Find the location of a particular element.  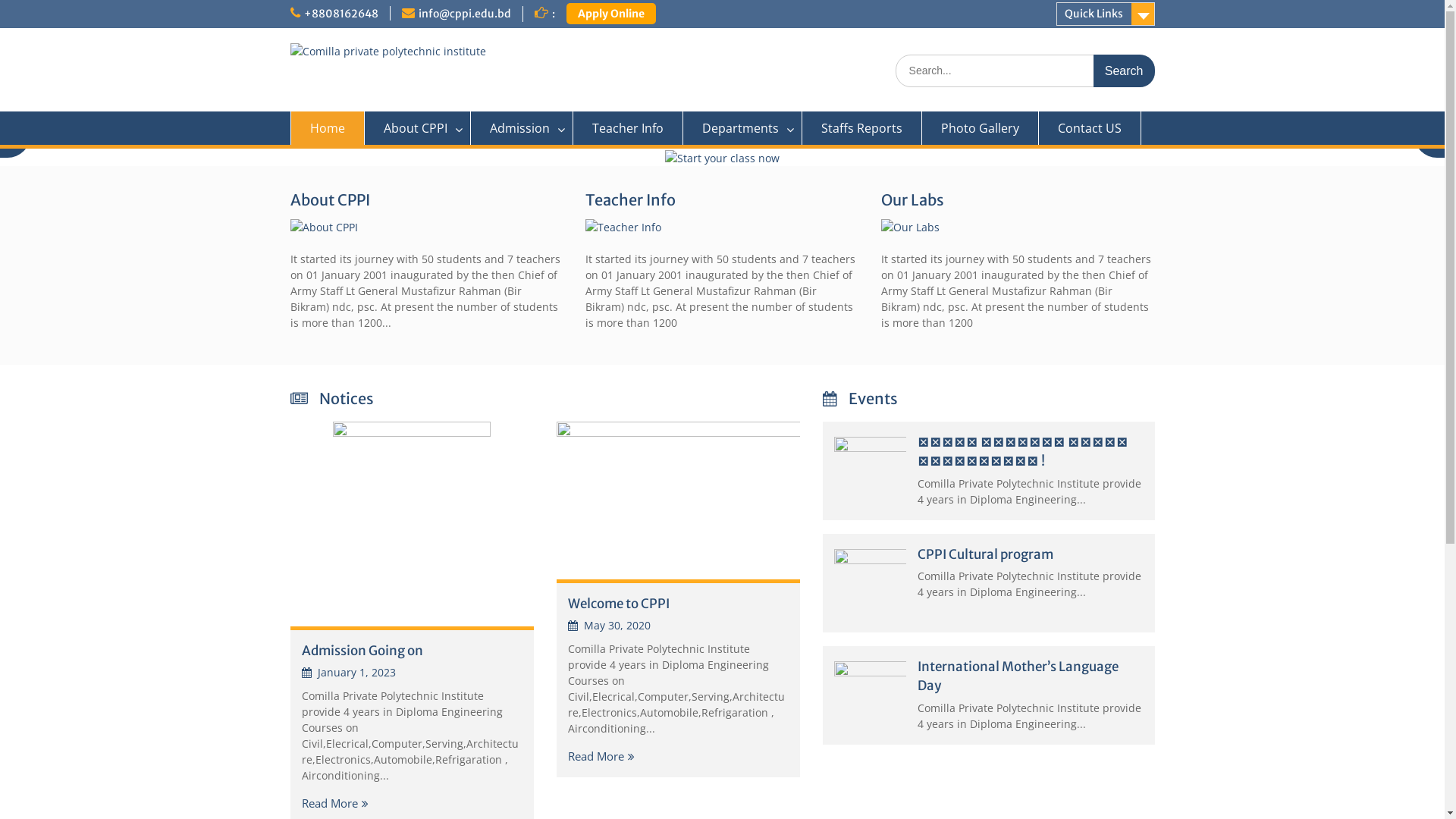

'Search' is located at coordinates (1124, 71).